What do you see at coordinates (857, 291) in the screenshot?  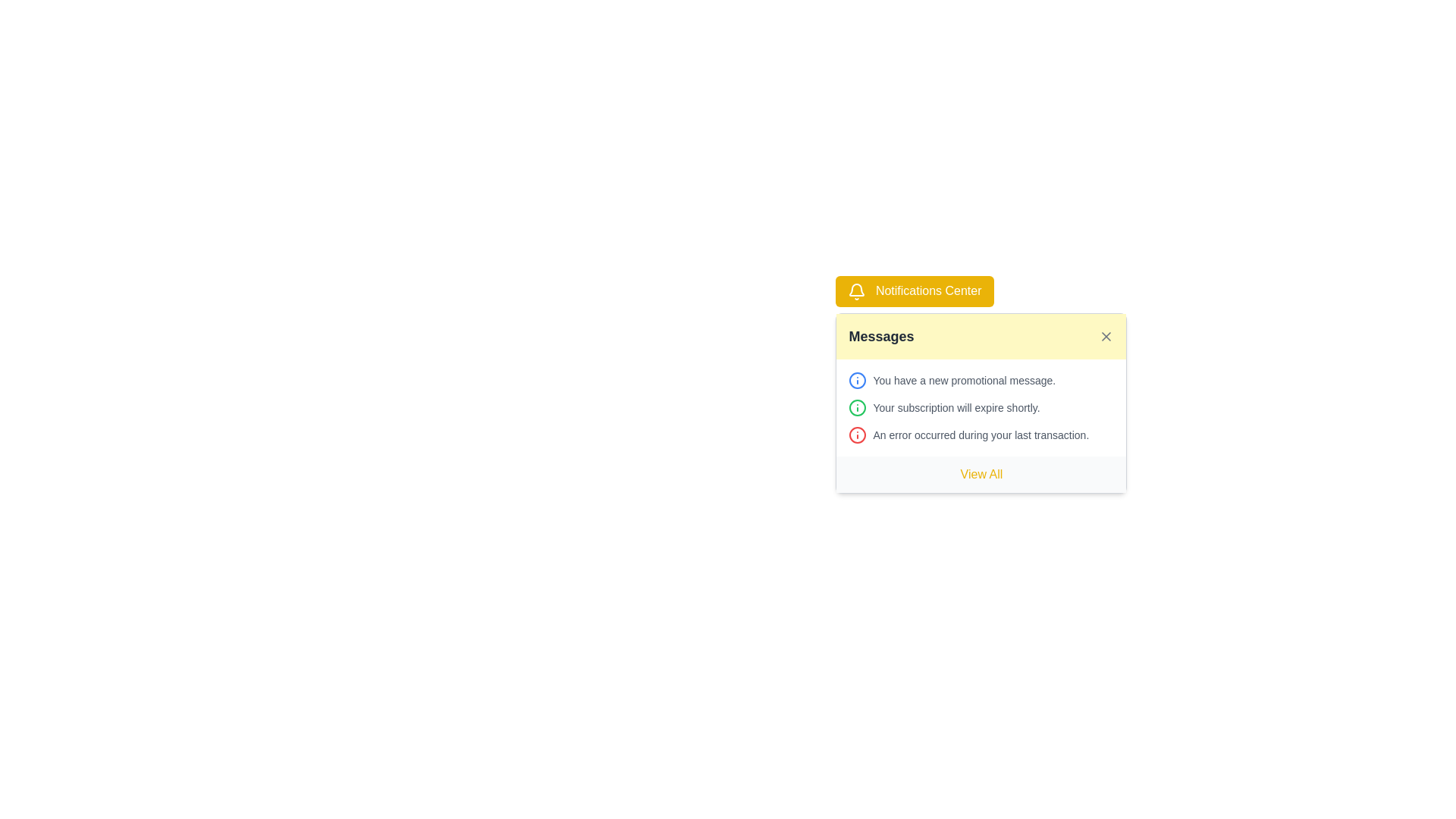 I see `the notifications icon located to the left of the 'Notifications Center' text within the yellow button, which indicates alerts and notifications` at bounding box center [857, 291].